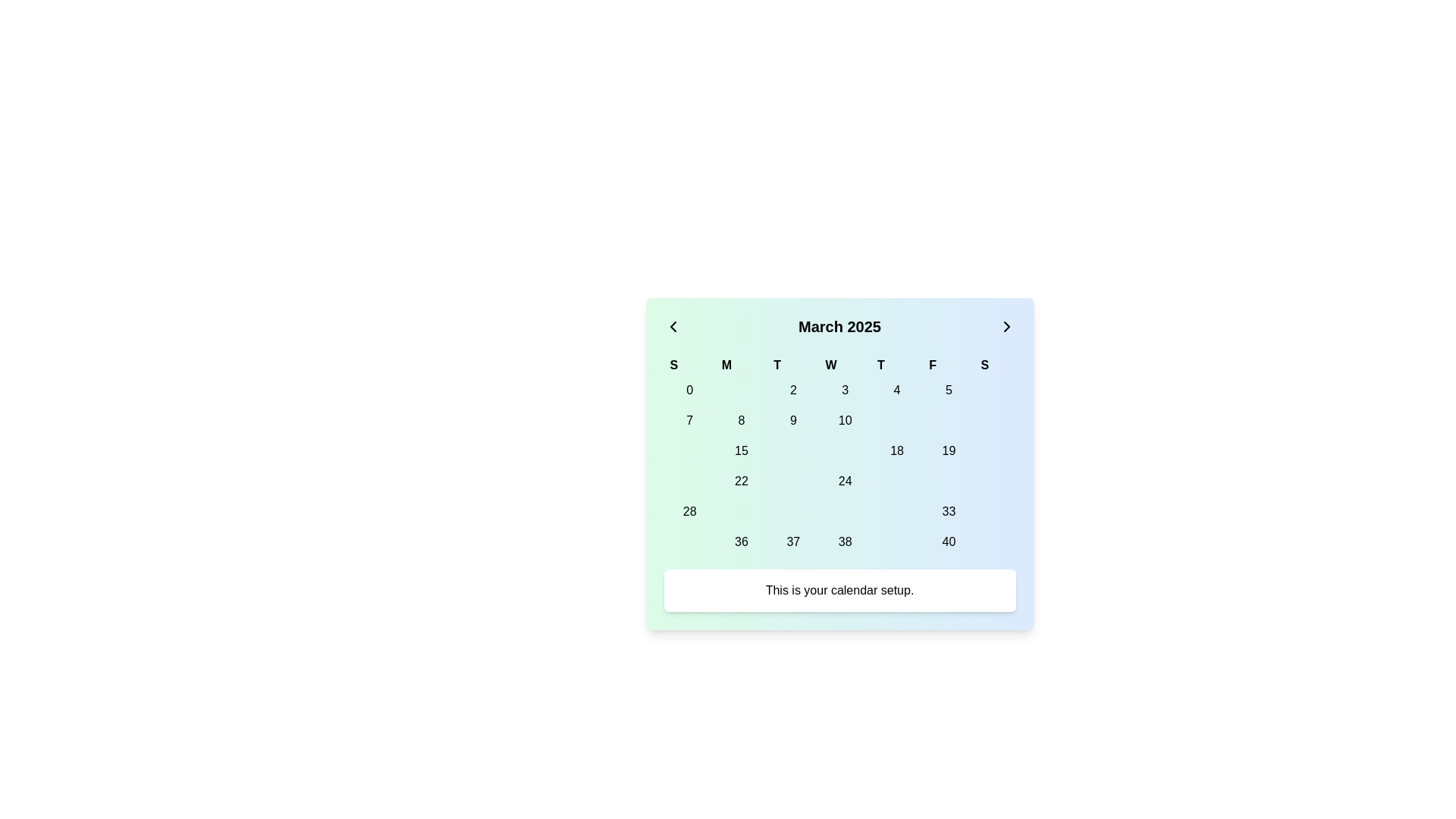 Image resolution: width=1456 pixels, height=819 pixels. I want to click on the text displaying the number '19' in black, which is set on a gradient background of green to blue in the last column of the calendar layout, so click(948, 450).